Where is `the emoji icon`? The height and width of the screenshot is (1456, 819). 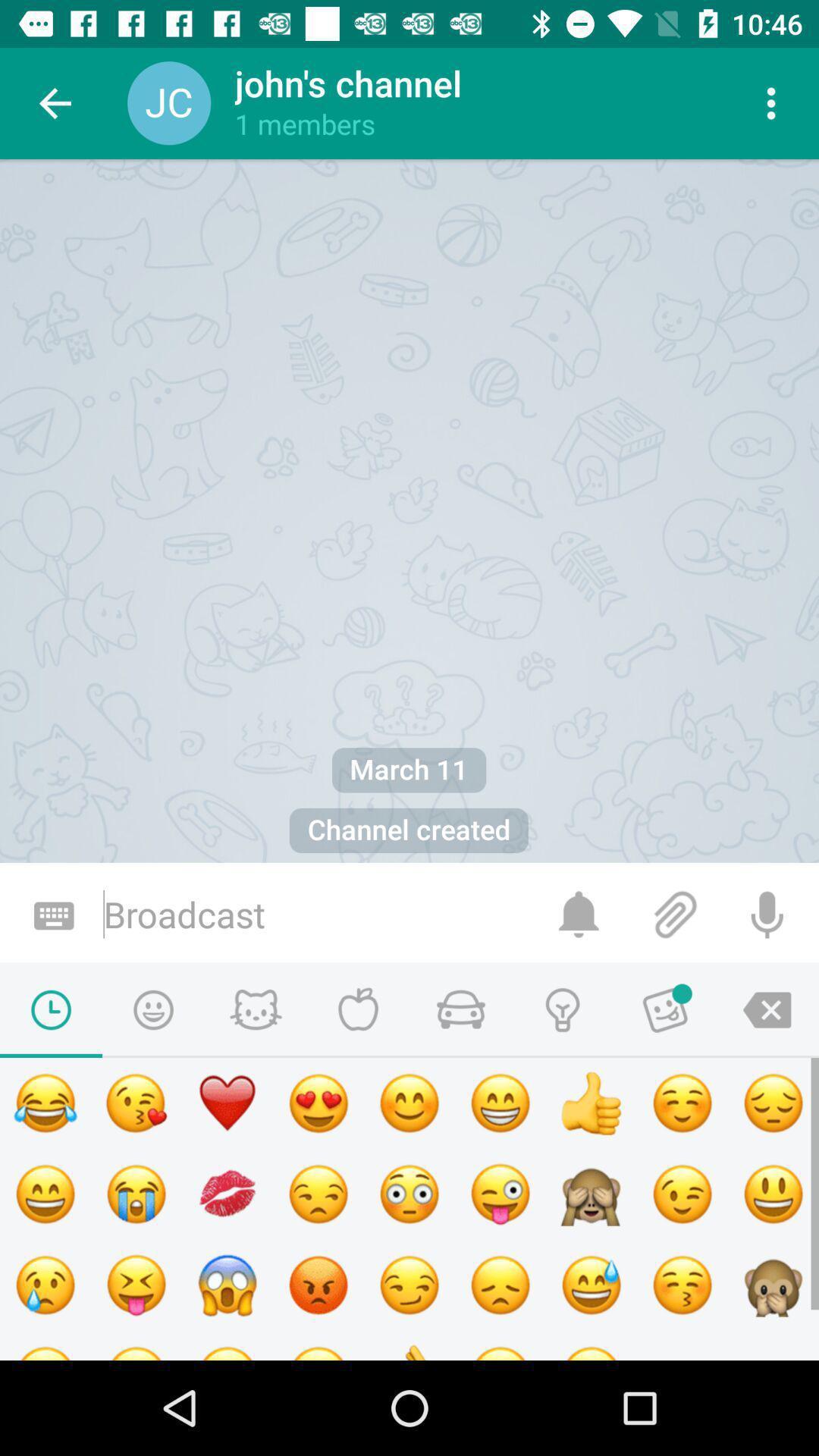 the emoji icon is located at coordinates (45, 1103).